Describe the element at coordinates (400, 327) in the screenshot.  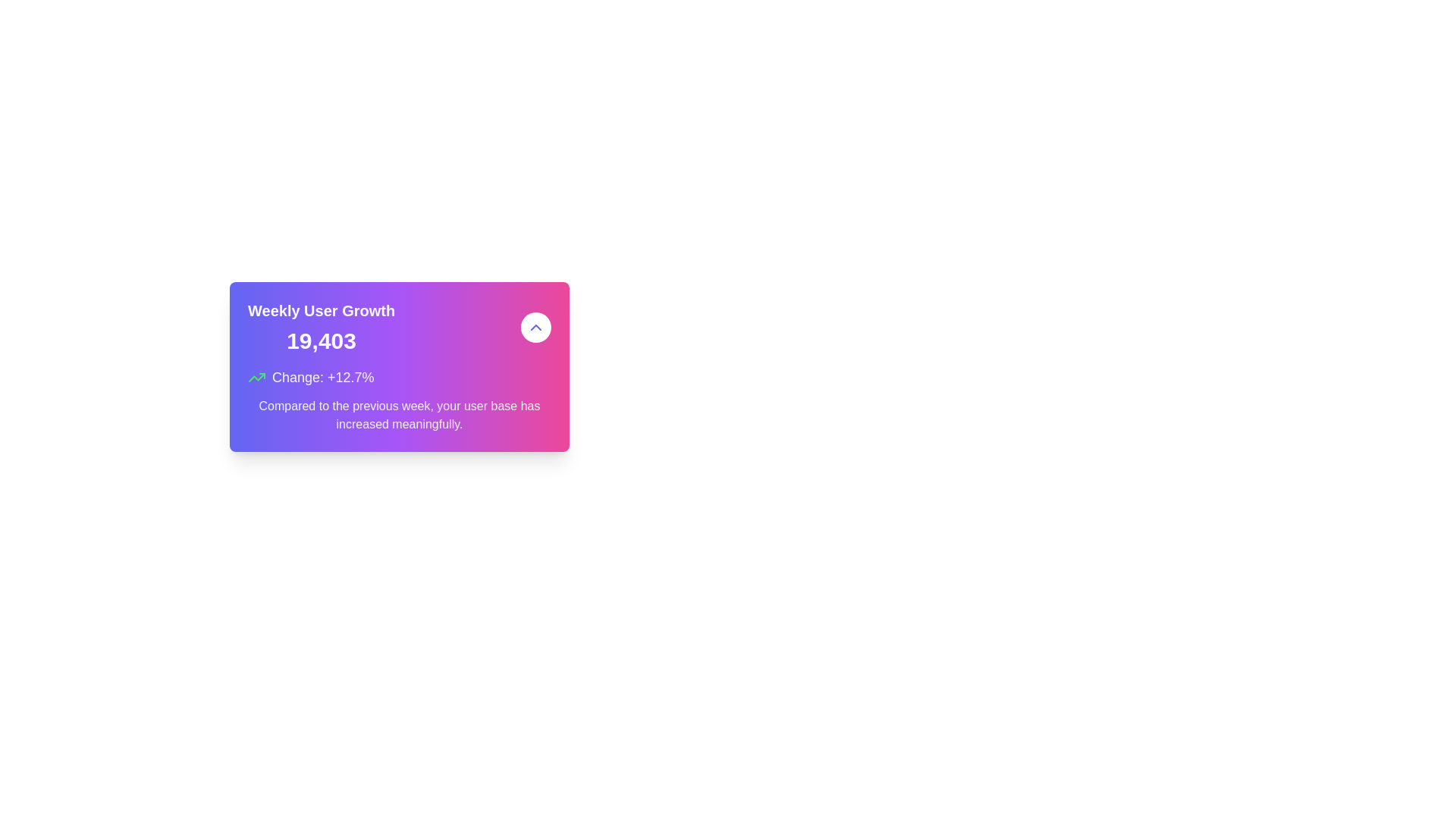
I see `the 'Weekly User Growth' informative metric display element, which shows the value '19,403' and is positioned in the central-upper segment of the card` at that location.